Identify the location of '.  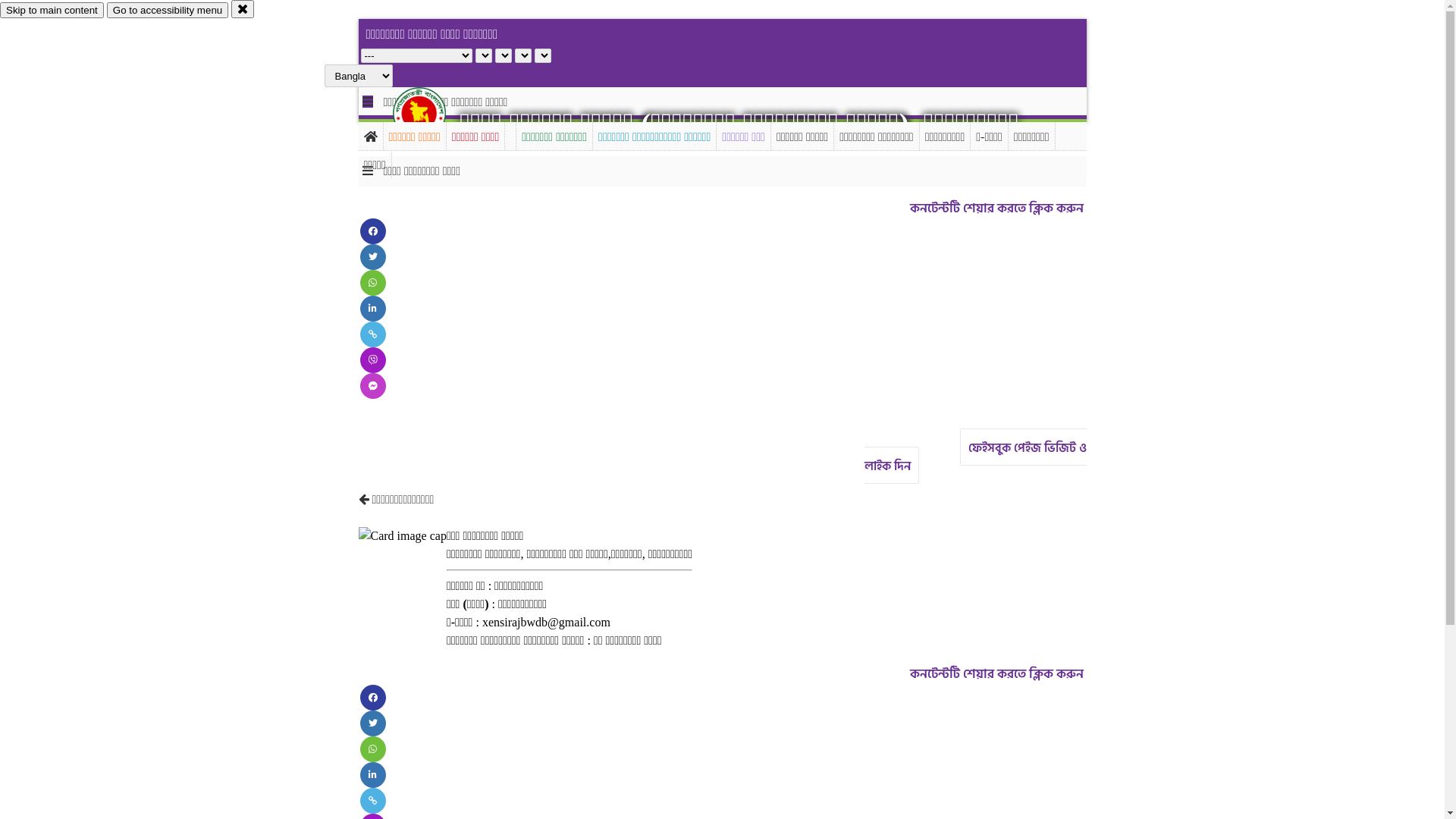
(393, 112).